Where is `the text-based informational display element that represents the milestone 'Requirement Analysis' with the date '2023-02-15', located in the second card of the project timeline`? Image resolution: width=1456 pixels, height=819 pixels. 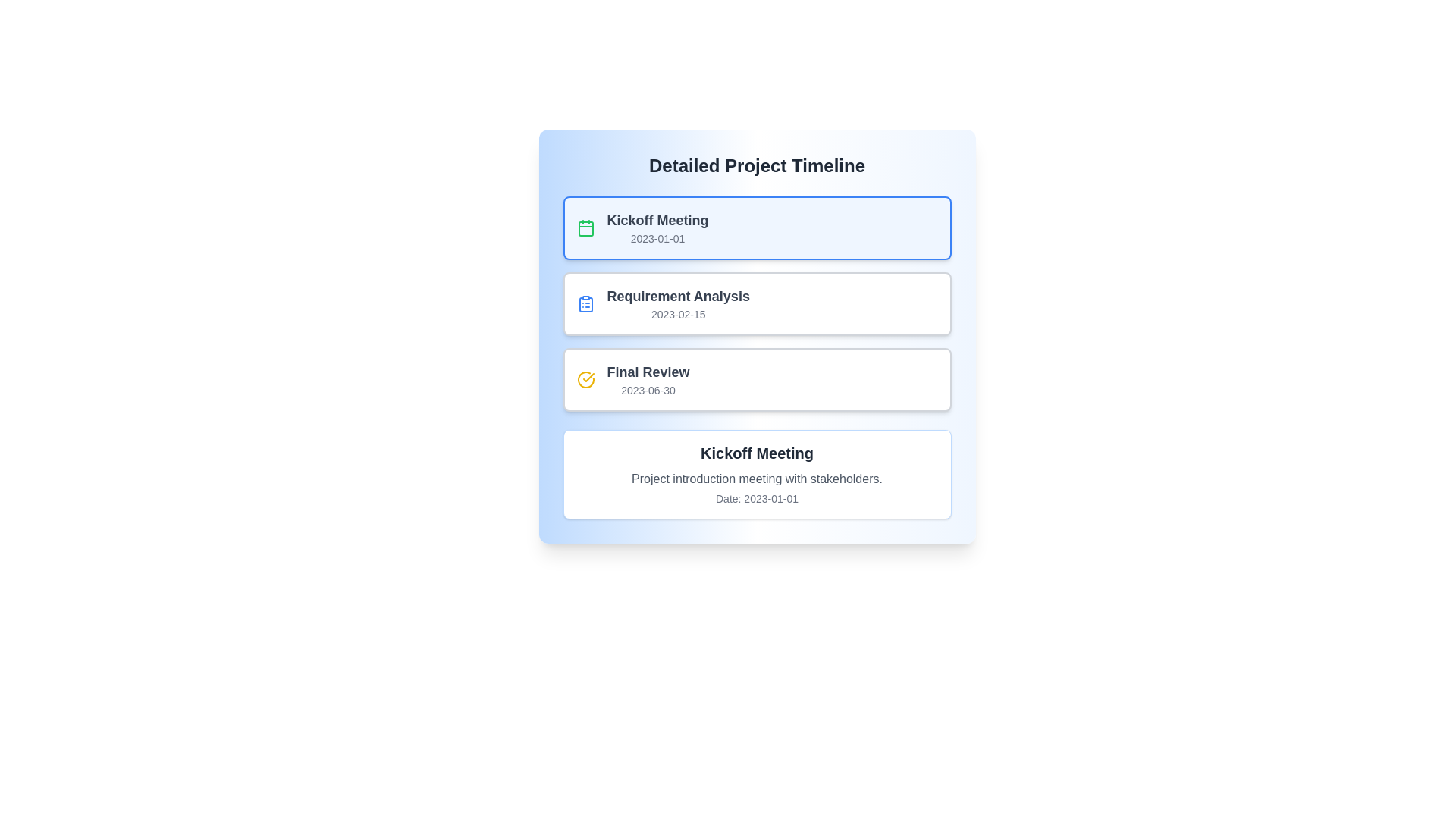
the text-based informational display element that represents the milestone 'Requirement Analysis' with the date '2023-02-15', located in the second card of the project timeline is located at coordinates (677, 304).